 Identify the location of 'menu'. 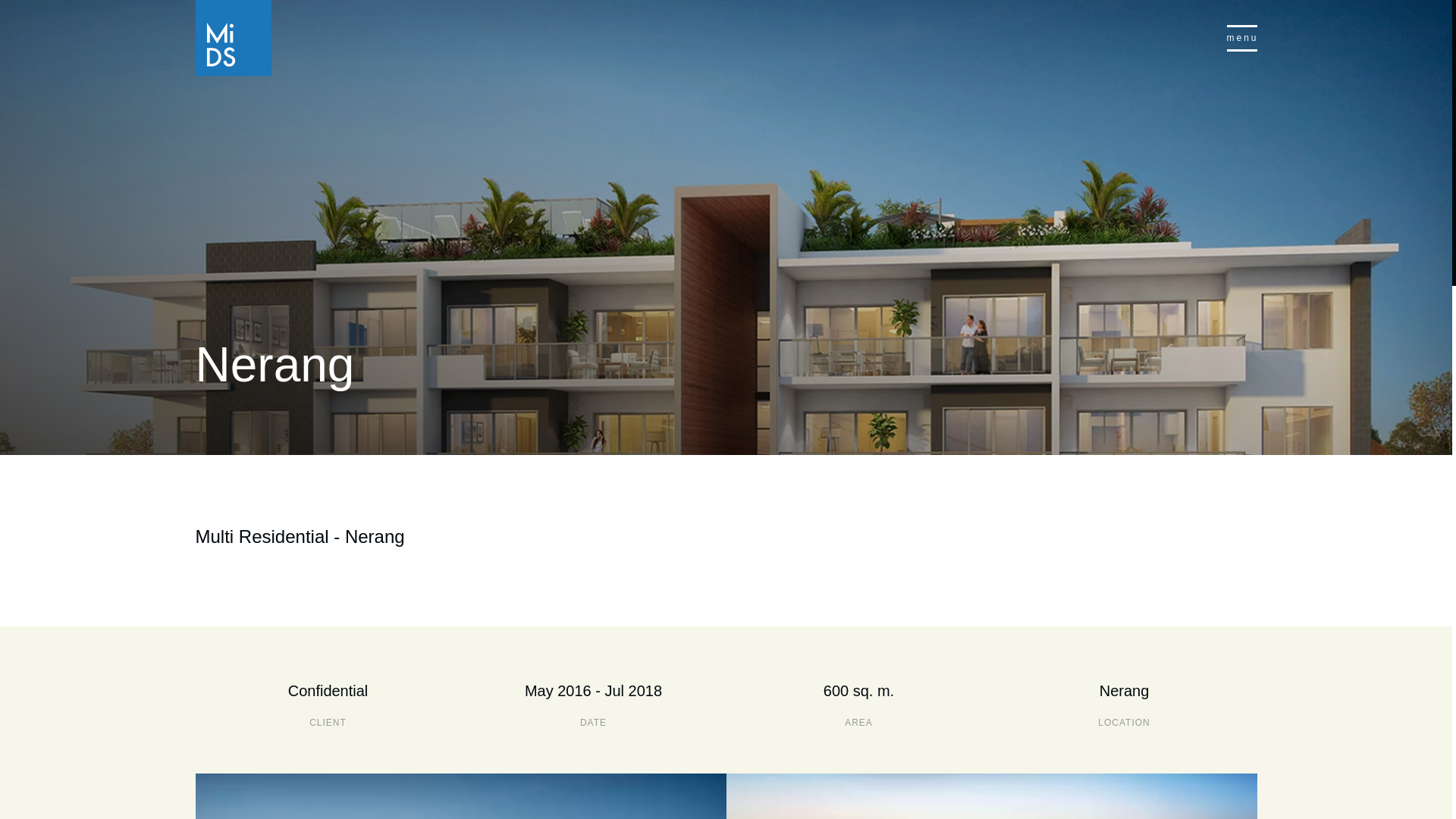
(1241, 36).